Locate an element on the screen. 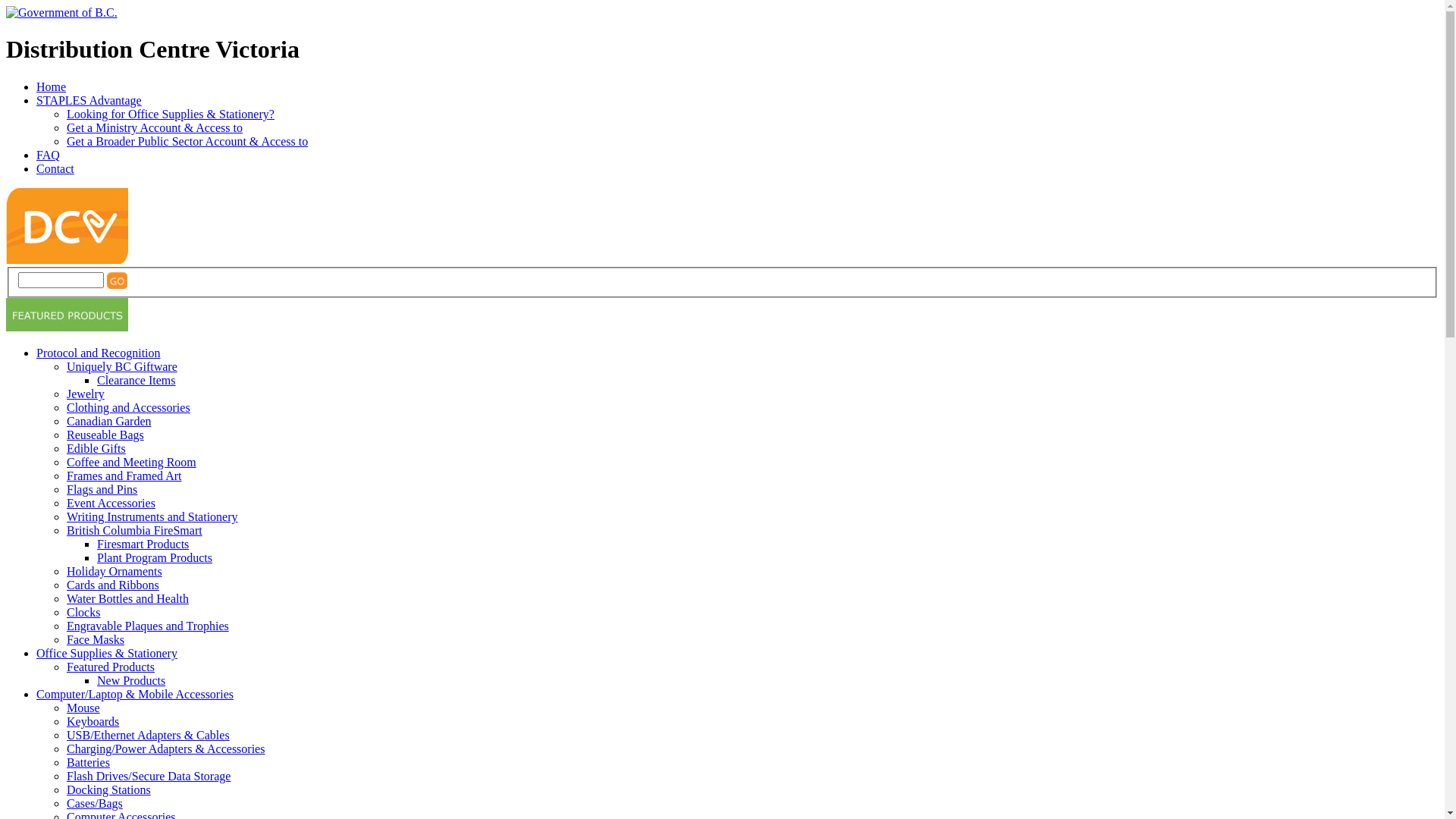 This screenshot has width=1456, height=819. 'DCV Home' is located at coordinates (6, 259).